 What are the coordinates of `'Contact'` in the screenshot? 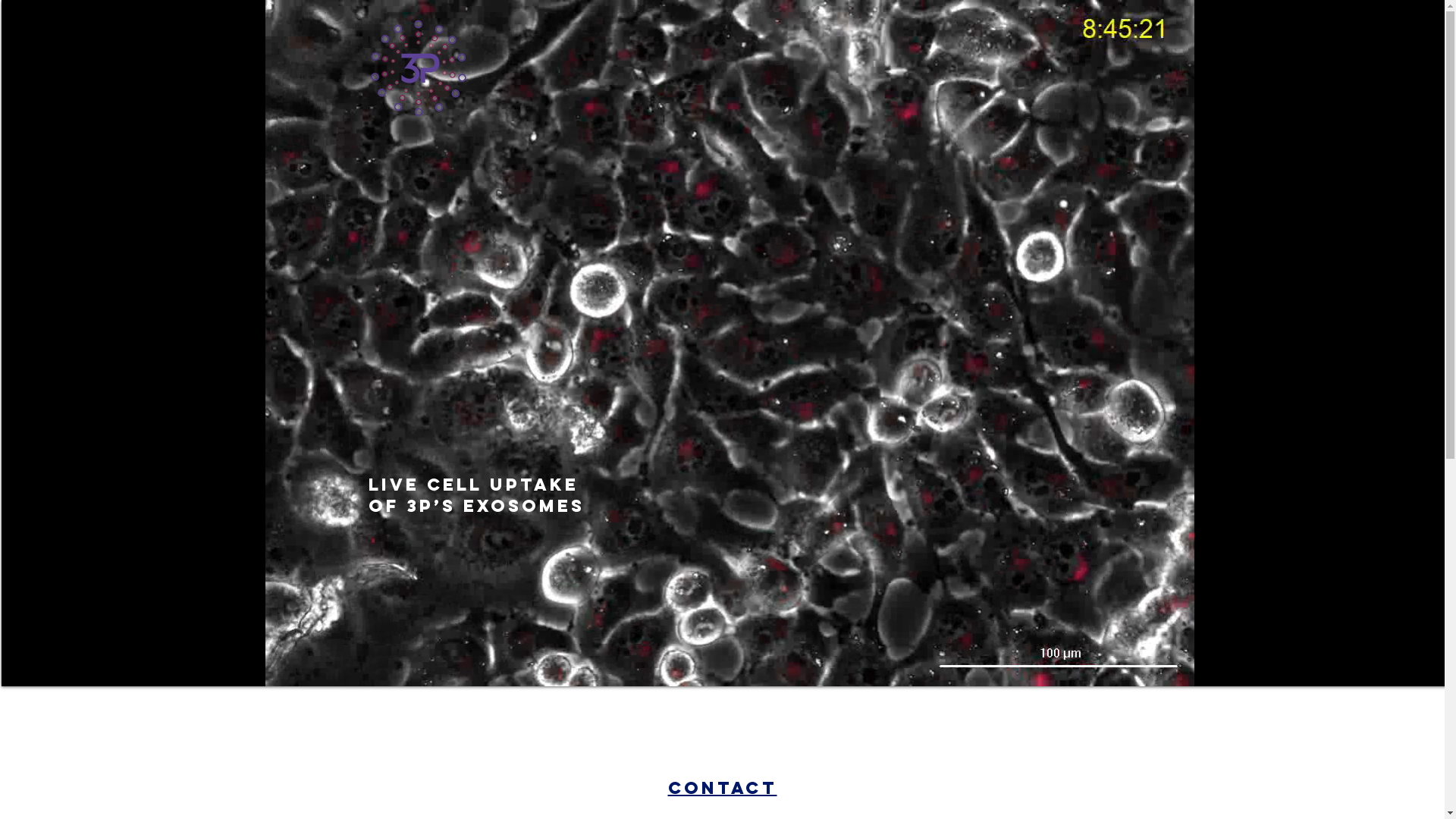 It's located at (720, 786).